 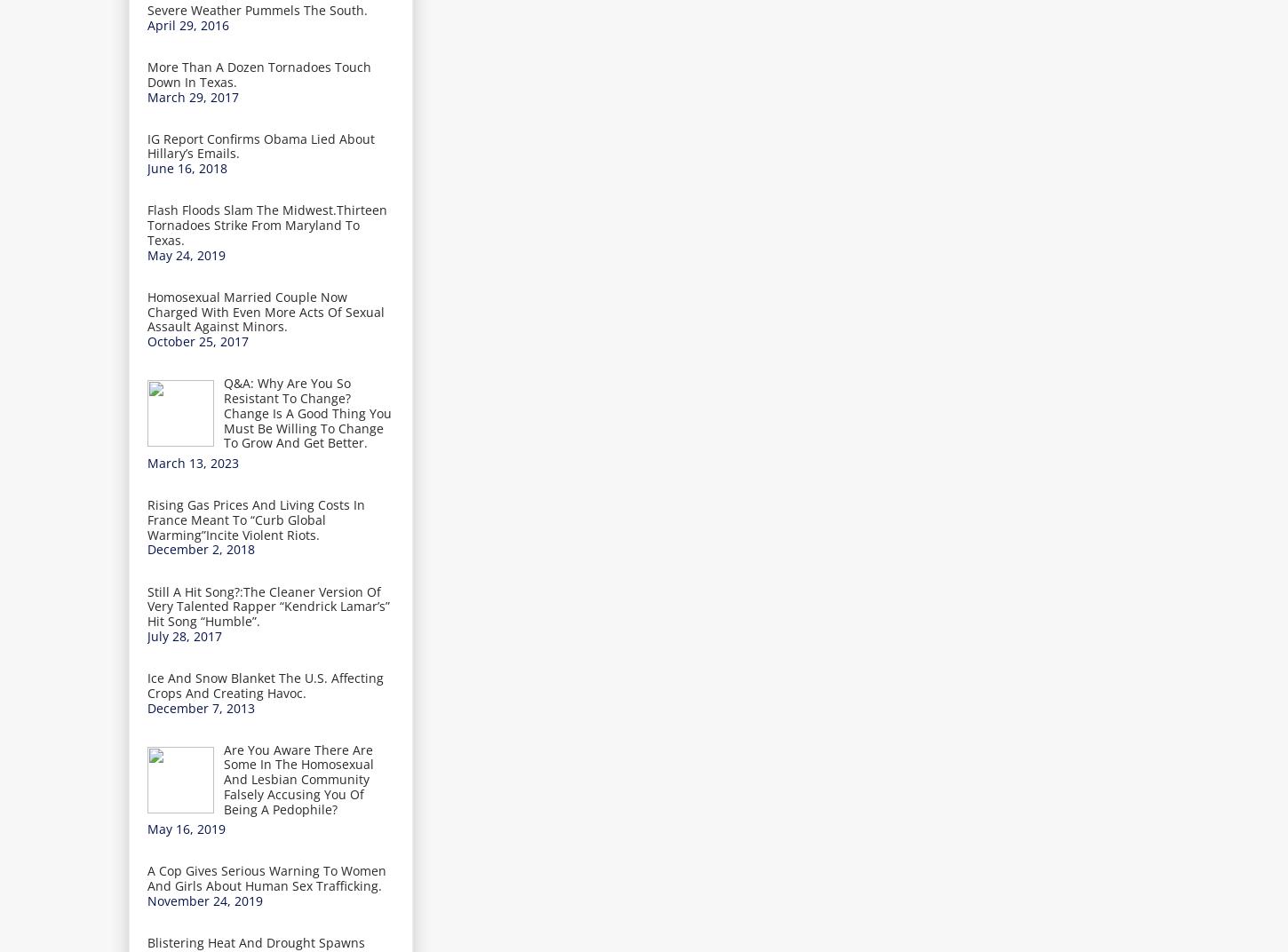 What do you see at coordinates (306, 412) in the screenshot?
I see `'Q&A: Why Are You So Resistant To Change? Change Is A Good Thing You Must Be Willing To Change To Grow And Get Better.'` at bounding box center [306, 412].